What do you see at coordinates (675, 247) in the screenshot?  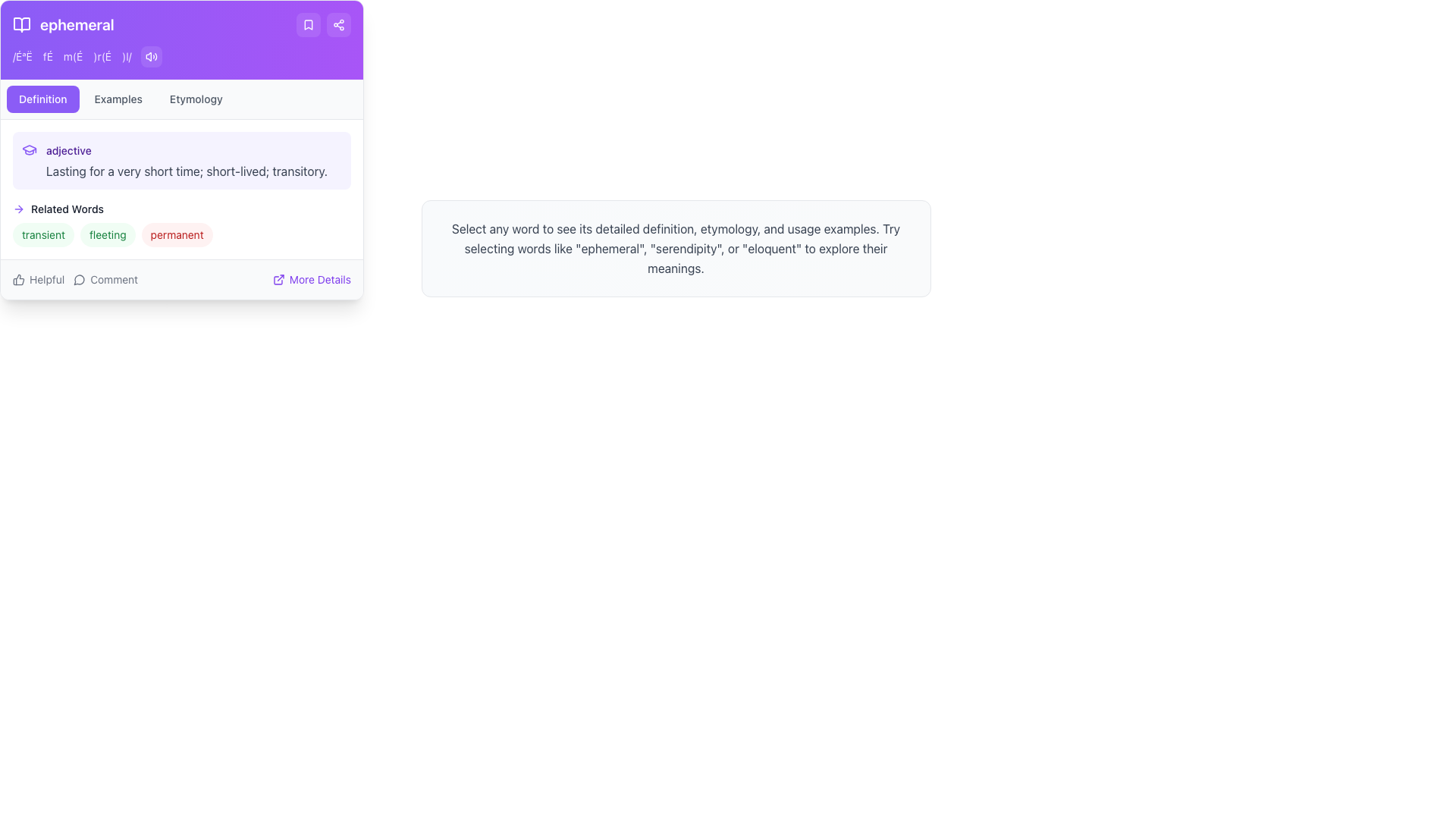 I see `the instructional text block that invites users to select words like 'ephemeral', 'serendipity', and 'eloquent' for exploring their definitions` at bounding box center [675, 247].